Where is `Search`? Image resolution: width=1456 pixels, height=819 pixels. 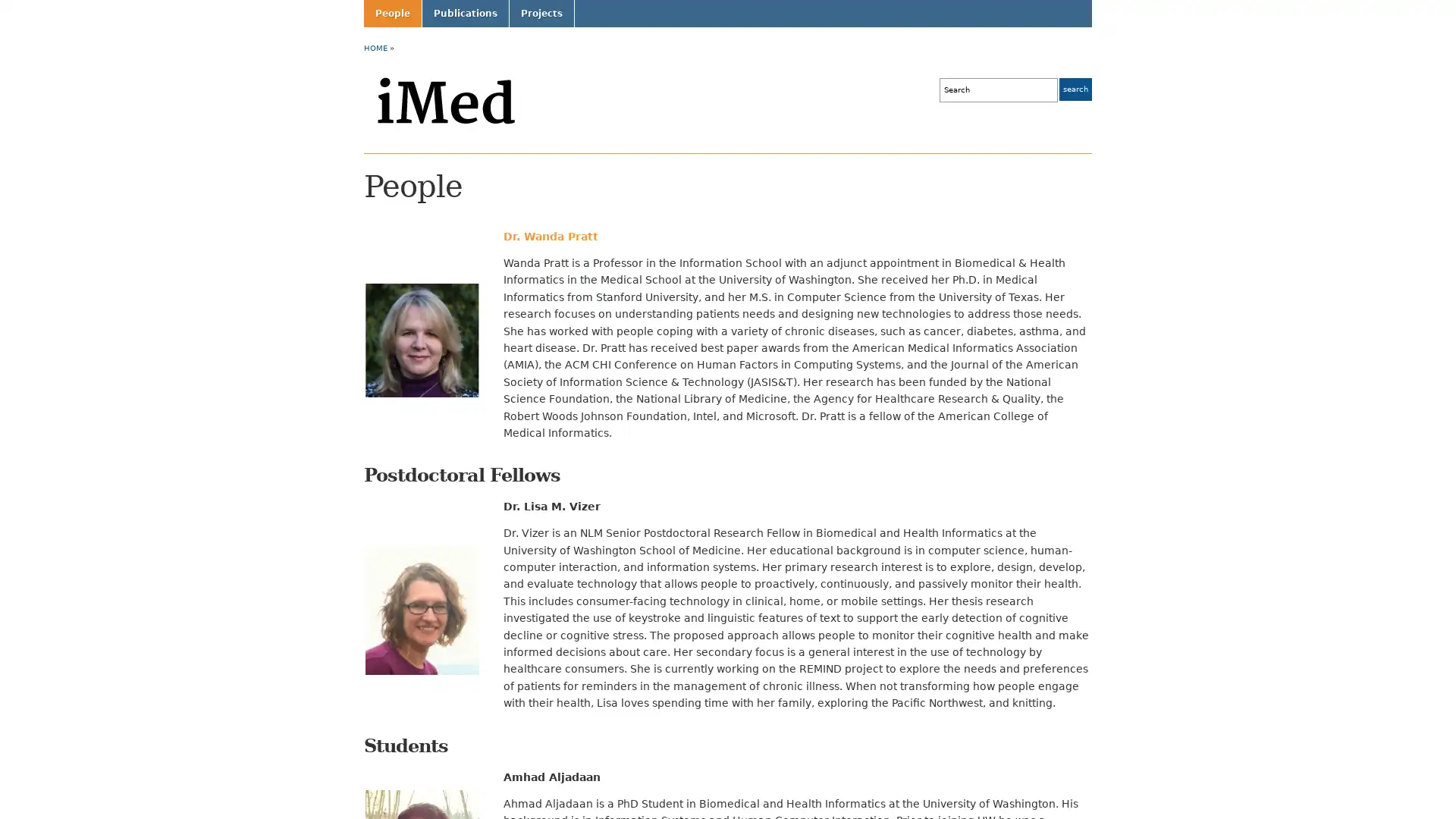 Search is located at coordinates (1075, 89).